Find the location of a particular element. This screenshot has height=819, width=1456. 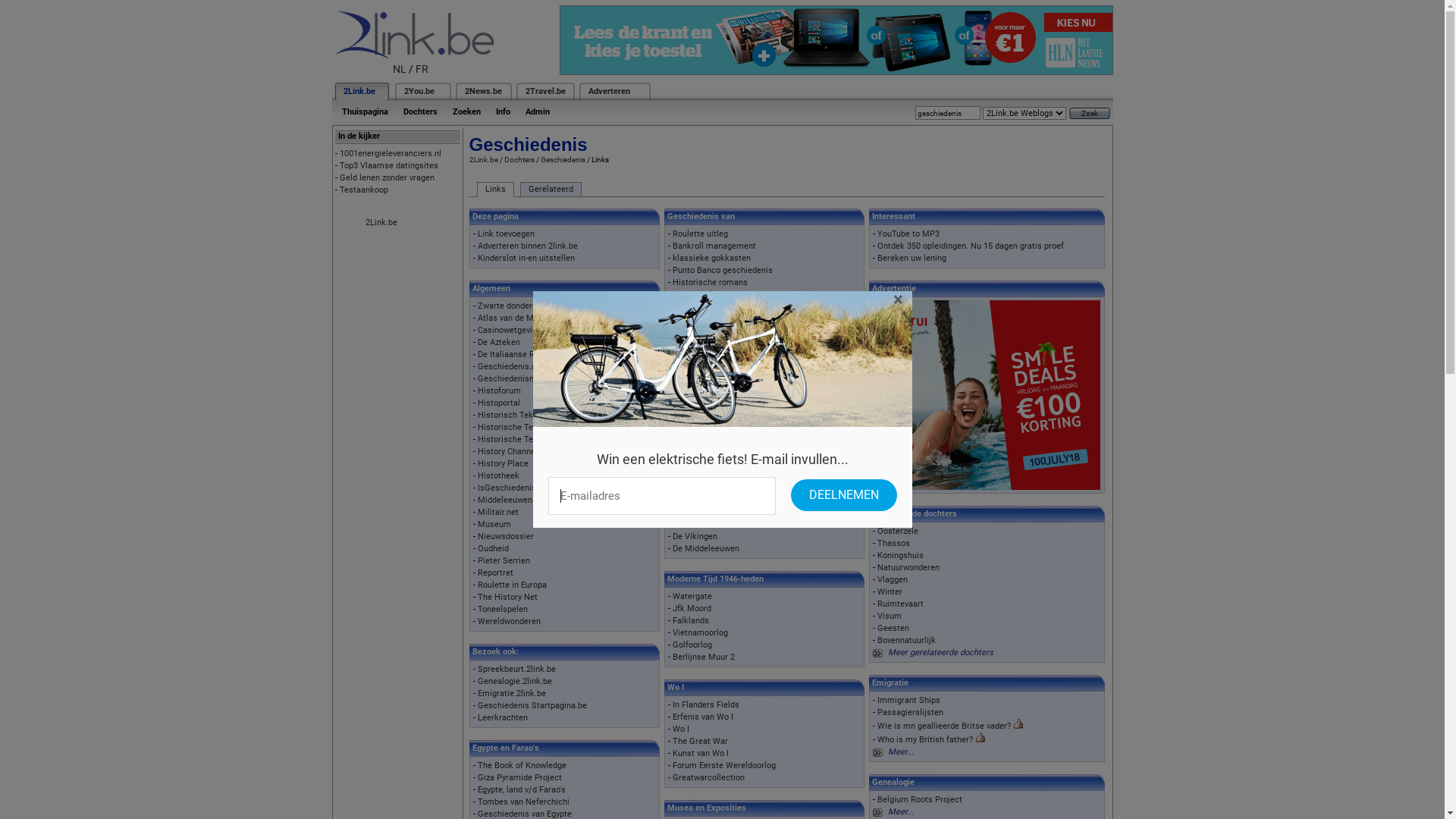

'Link toevoegen' is located at coordinates (476, 234).